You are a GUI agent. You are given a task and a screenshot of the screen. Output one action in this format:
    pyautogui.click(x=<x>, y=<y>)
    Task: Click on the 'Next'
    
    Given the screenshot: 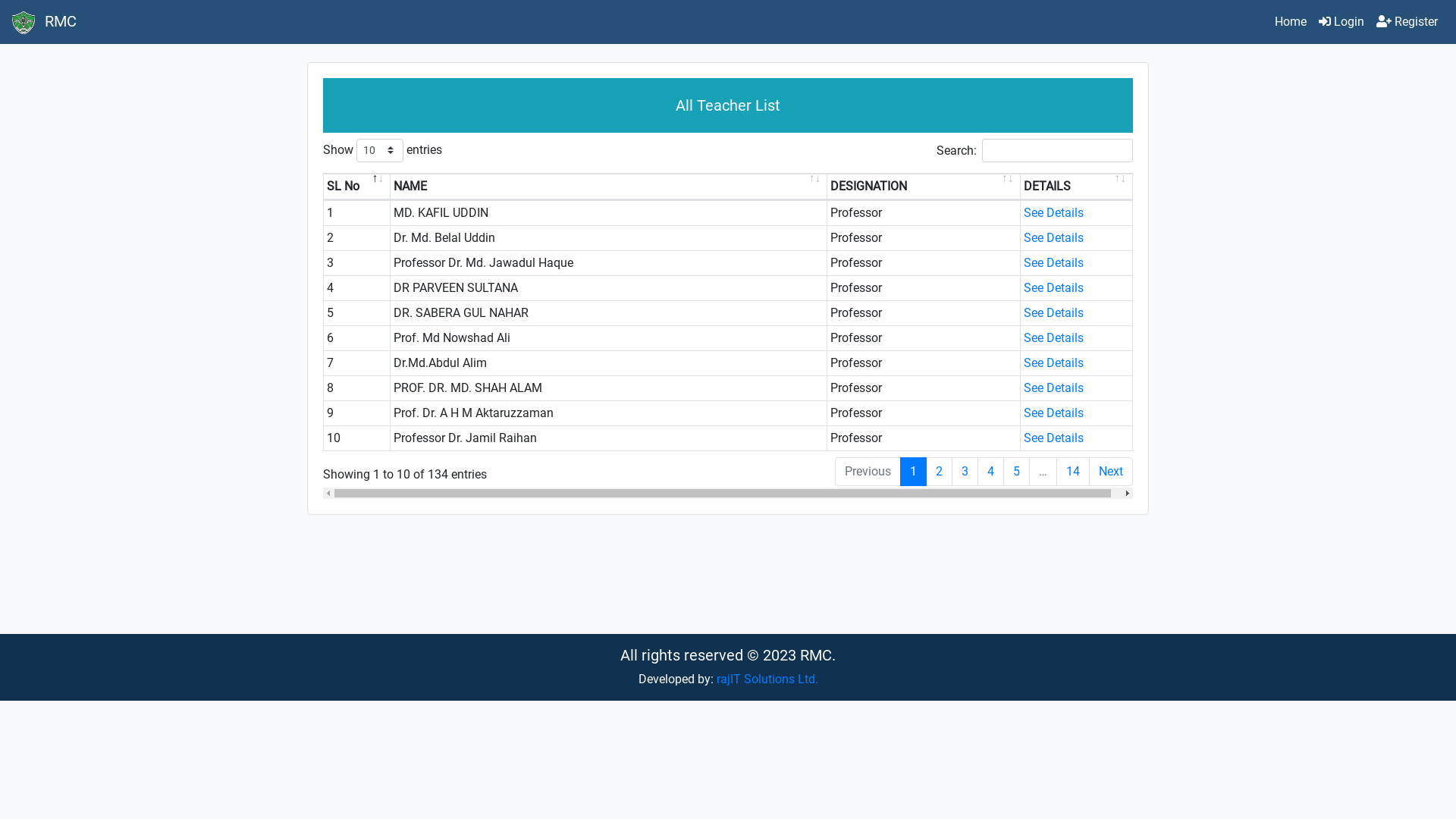 What is the action you would take?
    pyautogui.click(x=1110, y=470)
    